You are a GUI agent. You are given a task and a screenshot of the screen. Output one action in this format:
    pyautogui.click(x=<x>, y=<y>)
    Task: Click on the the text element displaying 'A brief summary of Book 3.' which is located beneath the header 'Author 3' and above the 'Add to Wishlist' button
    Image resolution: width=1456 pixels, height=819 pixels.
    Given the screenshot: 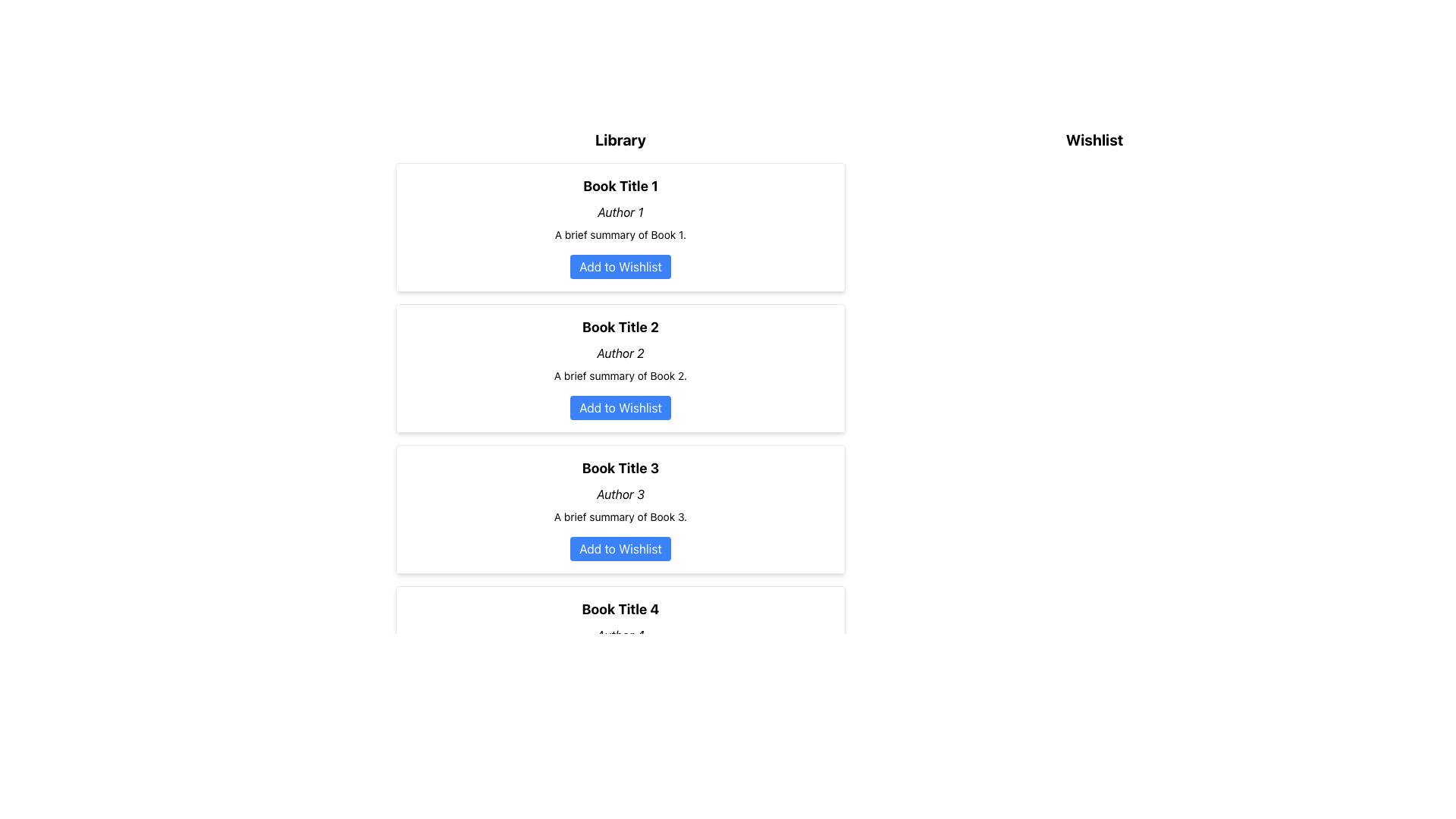 What is the action you would take?
    pyautogui.click(x=620, y=516)
    